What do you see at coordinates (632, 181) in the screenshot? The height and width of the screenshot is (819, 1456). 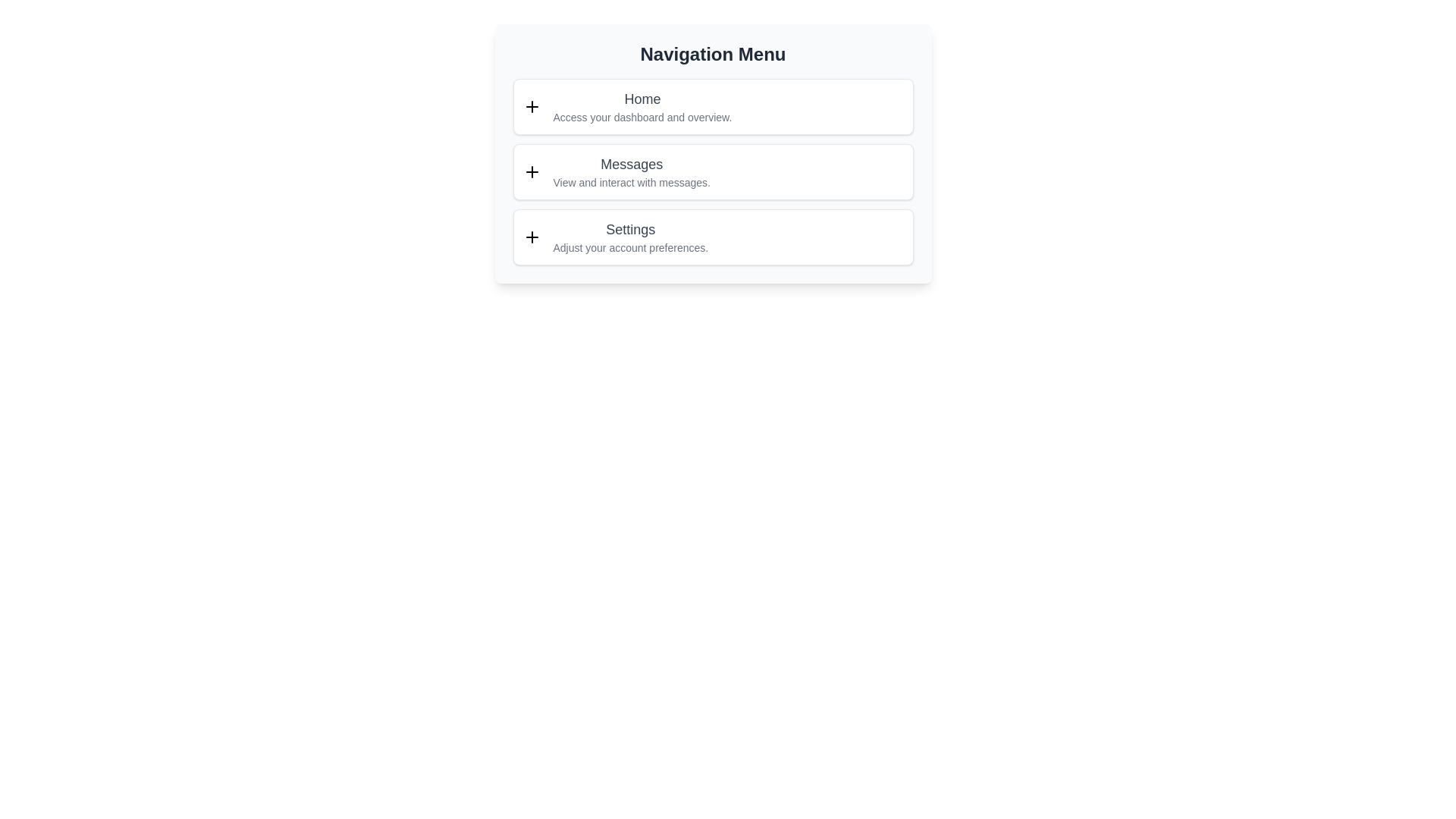 I see `the static text label that provides additional context about the 'Messages' section in the navigation menu, located beneath the 'Messages' text` at bounding box center [632, 181].